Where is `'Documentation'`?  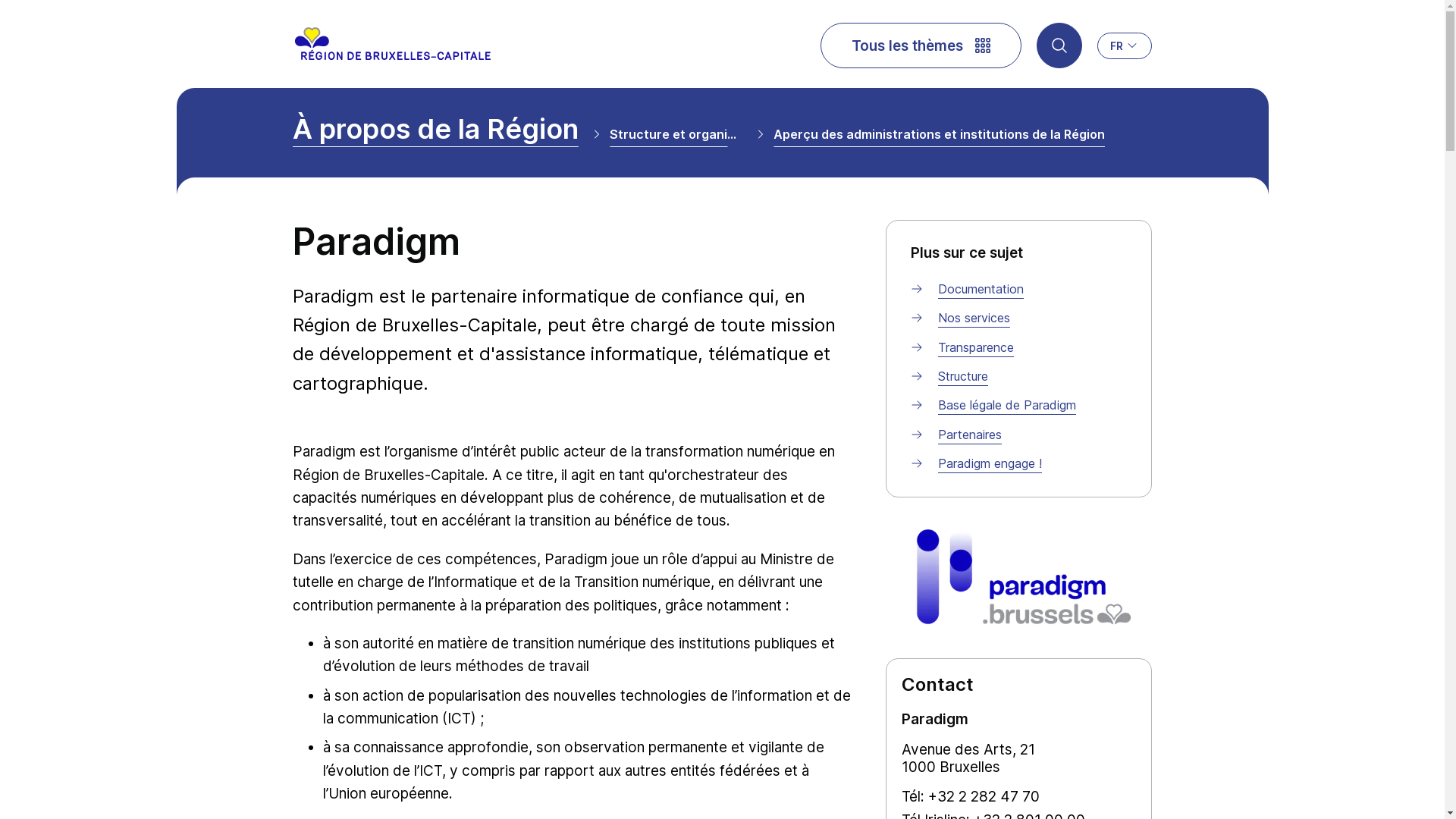 'Documentation' is located at coordinates (981, 289).